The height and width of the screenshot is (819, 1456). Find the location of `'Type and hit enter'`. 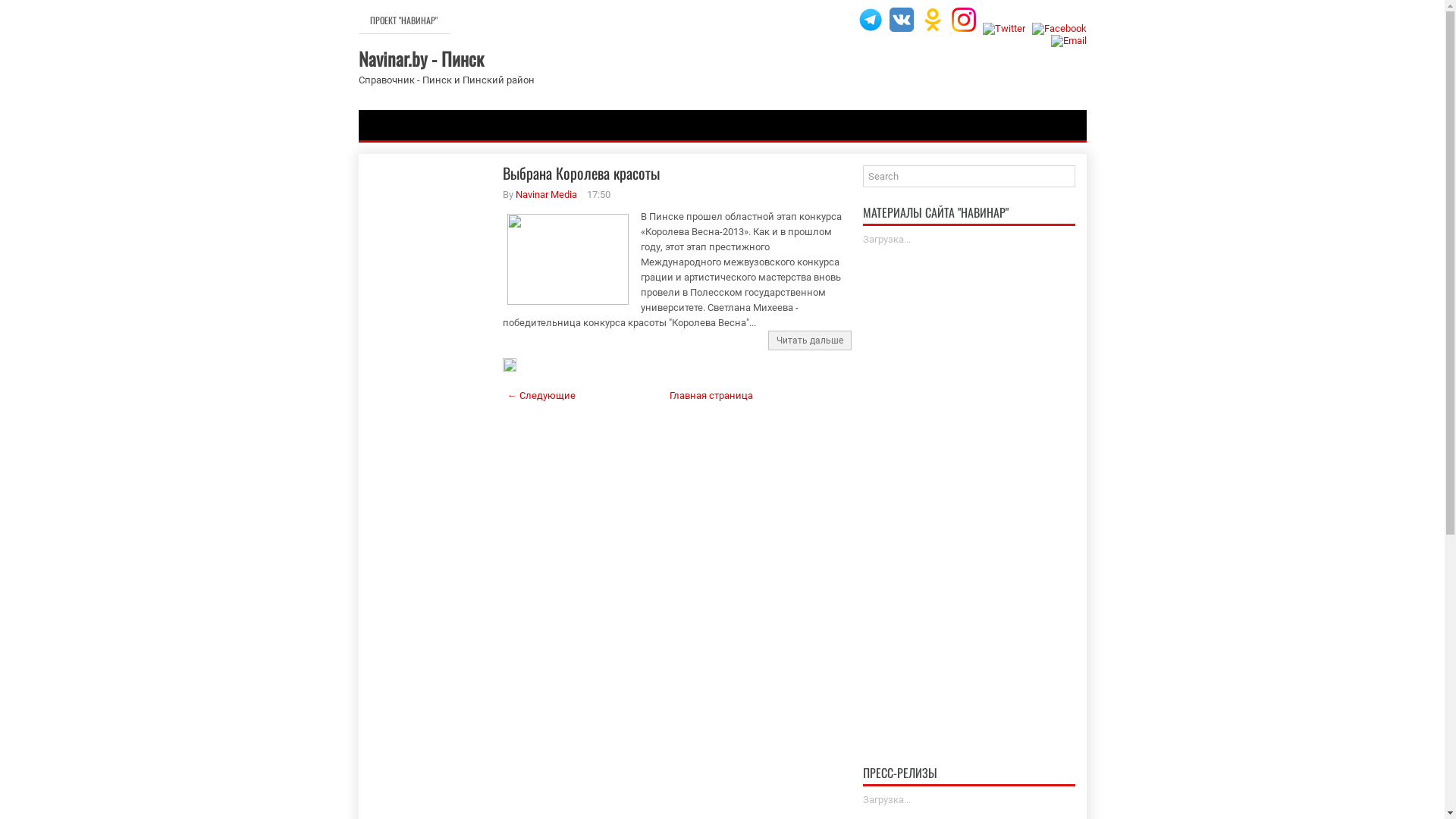

'Type and hit enter' is located at coordinates (968, 175).